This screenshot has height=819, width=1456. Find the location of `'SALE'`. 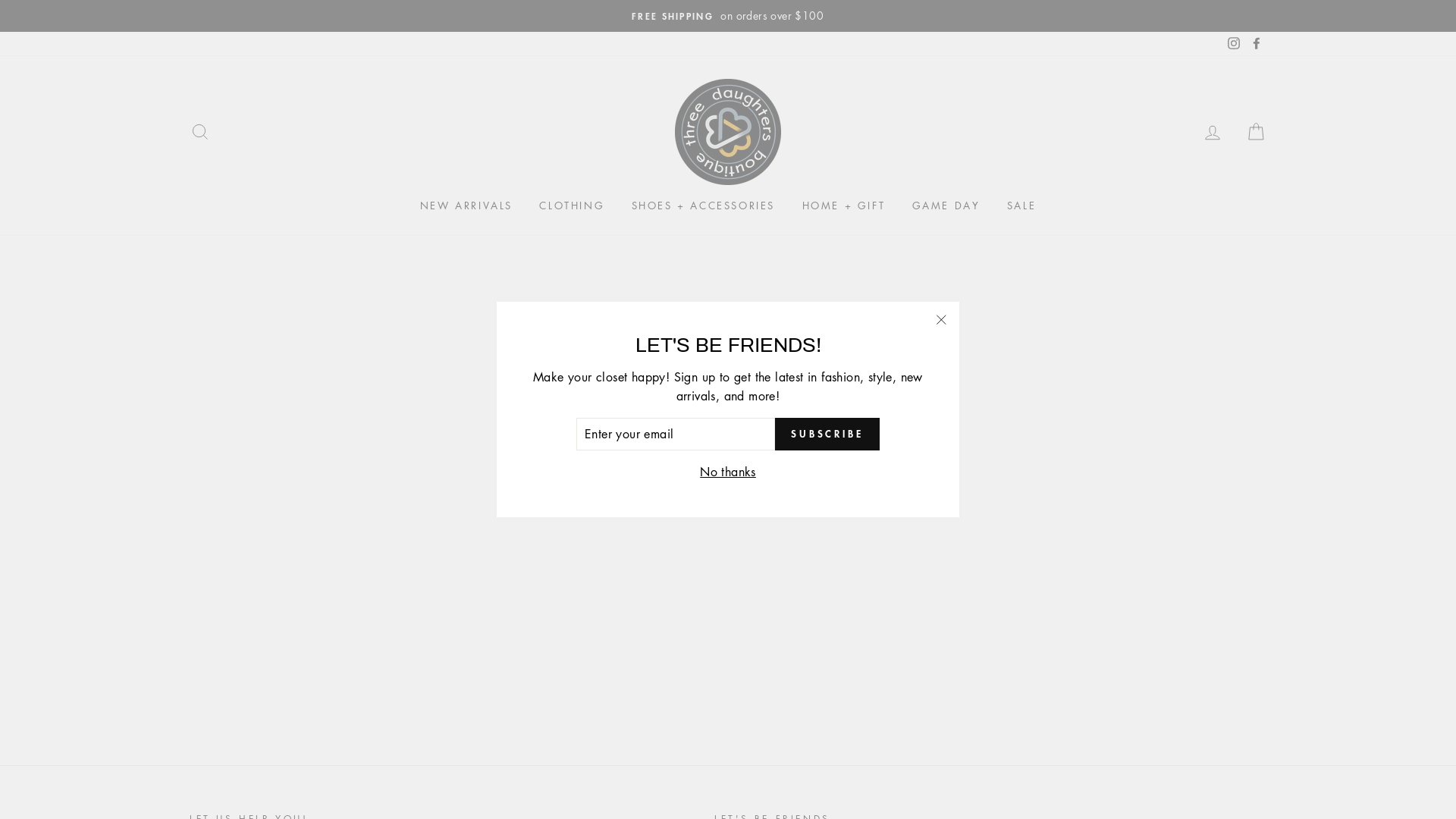

'SALE' is located at coordinates (996, 206).